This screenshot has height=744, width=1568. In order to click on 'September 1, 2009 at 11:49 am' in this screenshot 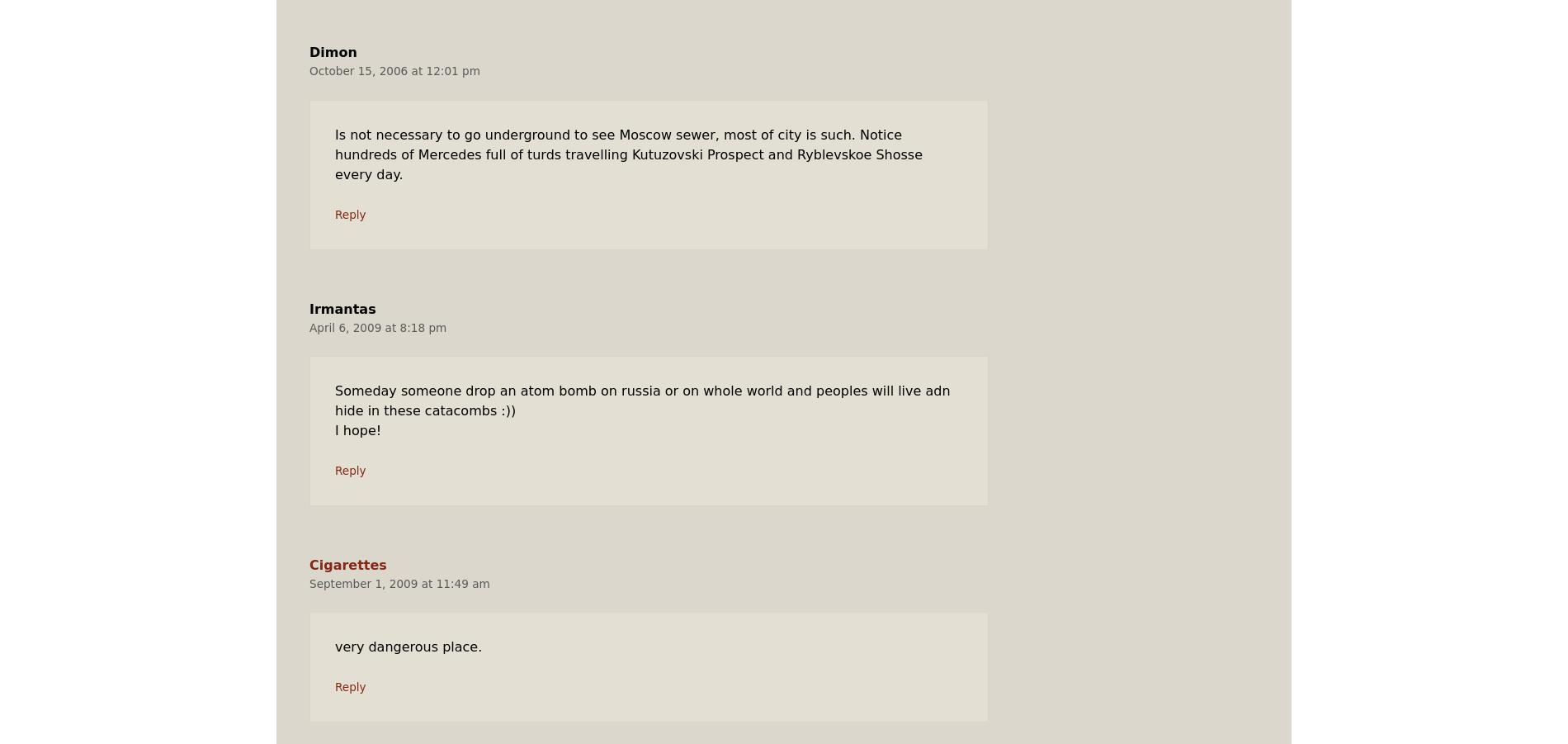, I will do `click(399, 583)`.